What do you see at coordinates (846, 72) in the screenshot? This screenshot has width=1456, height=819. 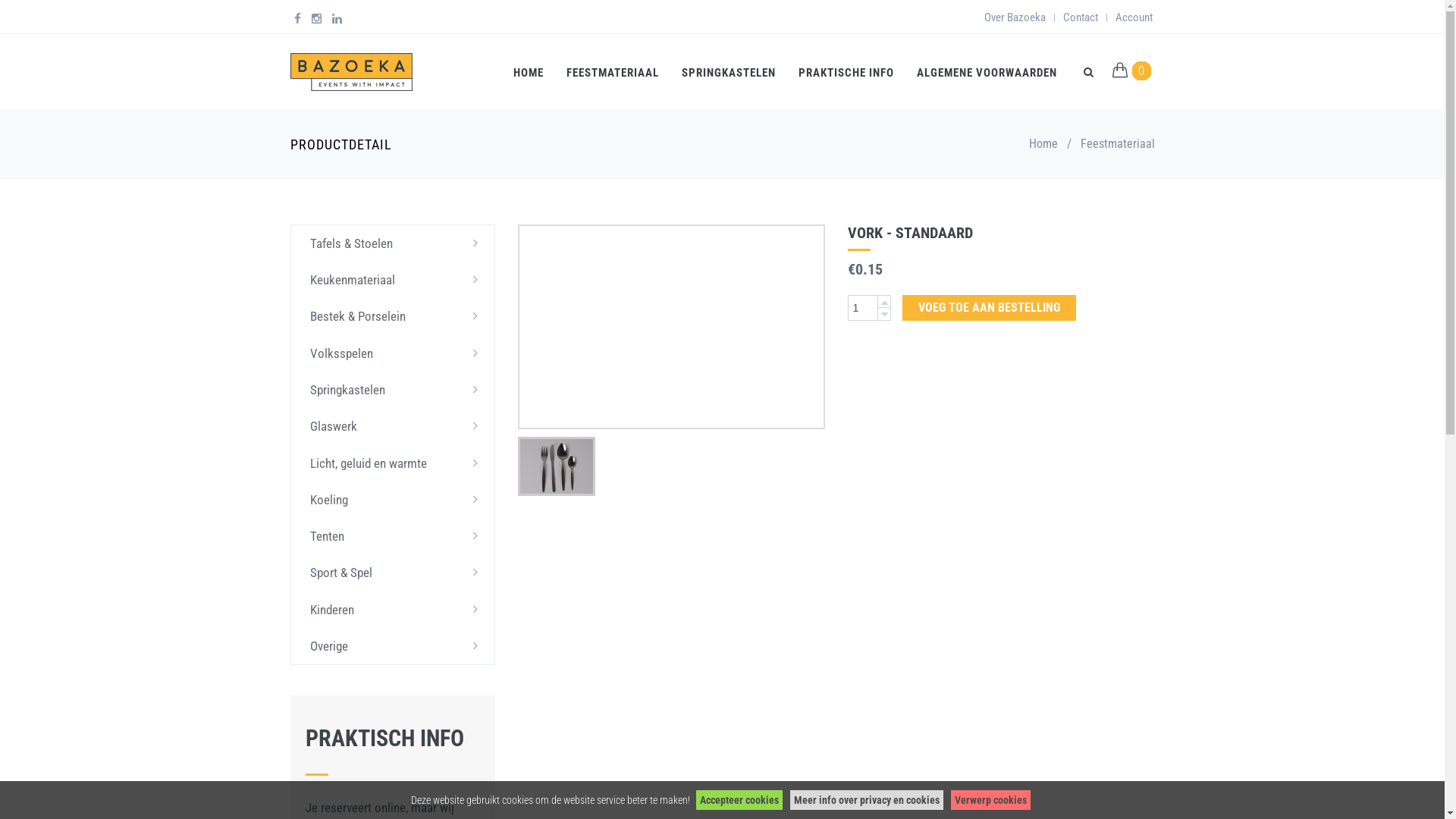 I see `'PRAKTISCHE INFO'` at bounding box center [846, 72].